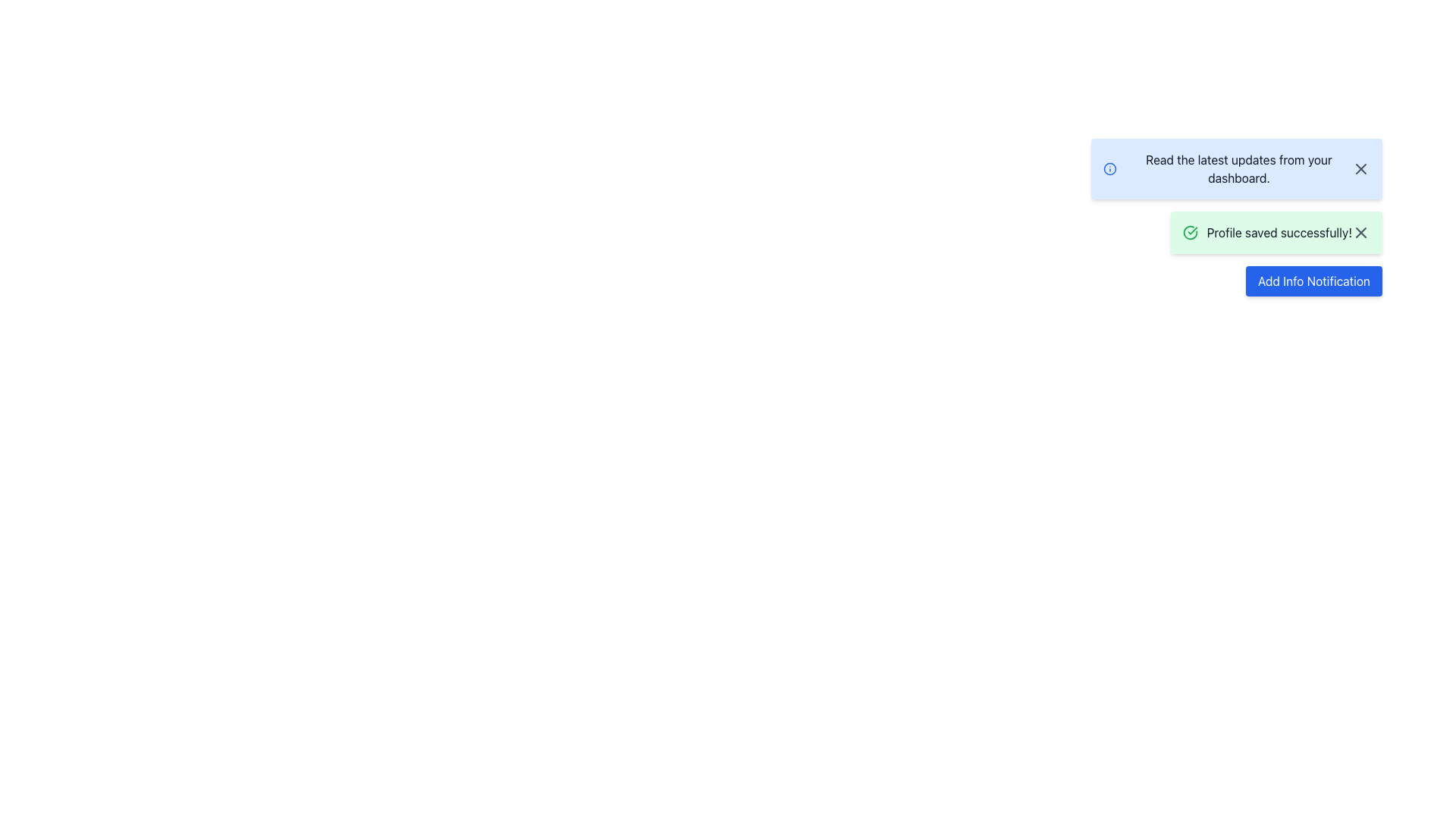 The height and width of the screenshot is (819, 1456). Describe the element at coordinates (1313, 281) in the screenshot. I see `the button with the label 'Add Info Notification', which has a dark blue background and white text` at that location.